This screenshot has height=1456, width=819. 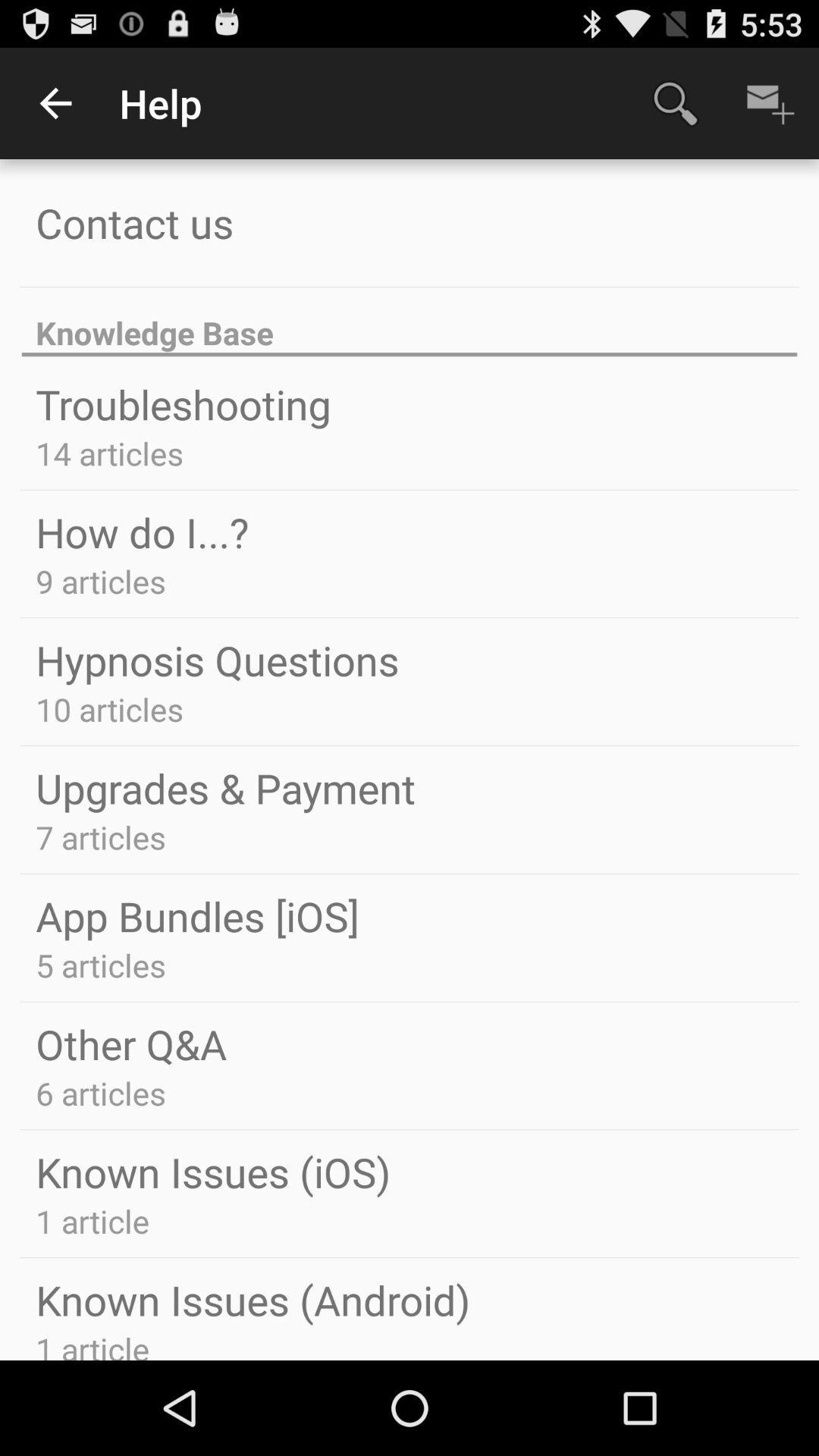 I want to click on the app bundles [ios] icon, so click(x=196, y=915).